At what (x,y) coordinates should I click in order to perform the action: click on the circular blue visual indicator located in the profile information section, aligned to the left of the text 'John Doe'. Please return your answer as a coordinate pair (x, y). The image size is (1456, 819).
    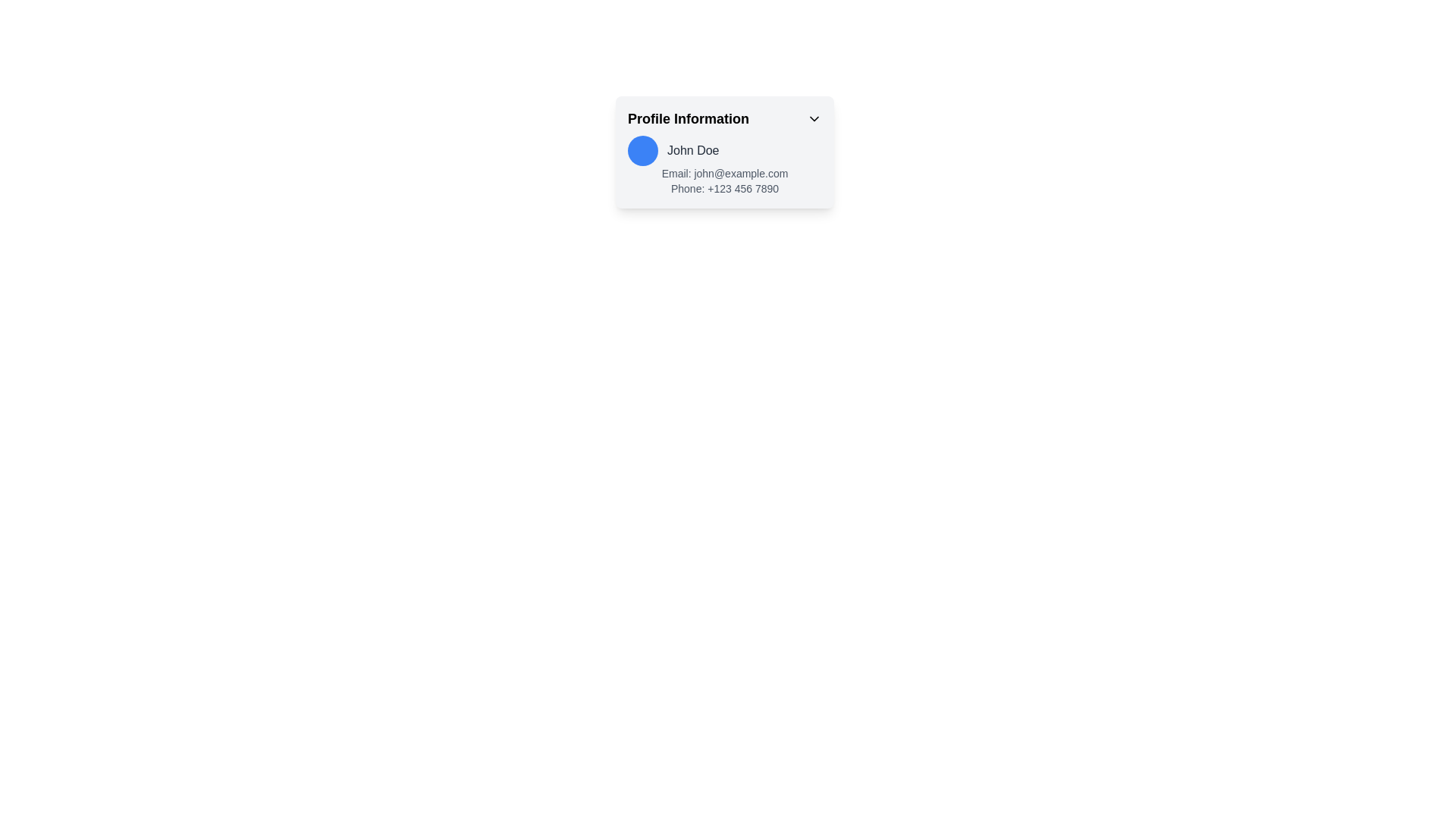
    Looking at the image, I should click on (643, 151).